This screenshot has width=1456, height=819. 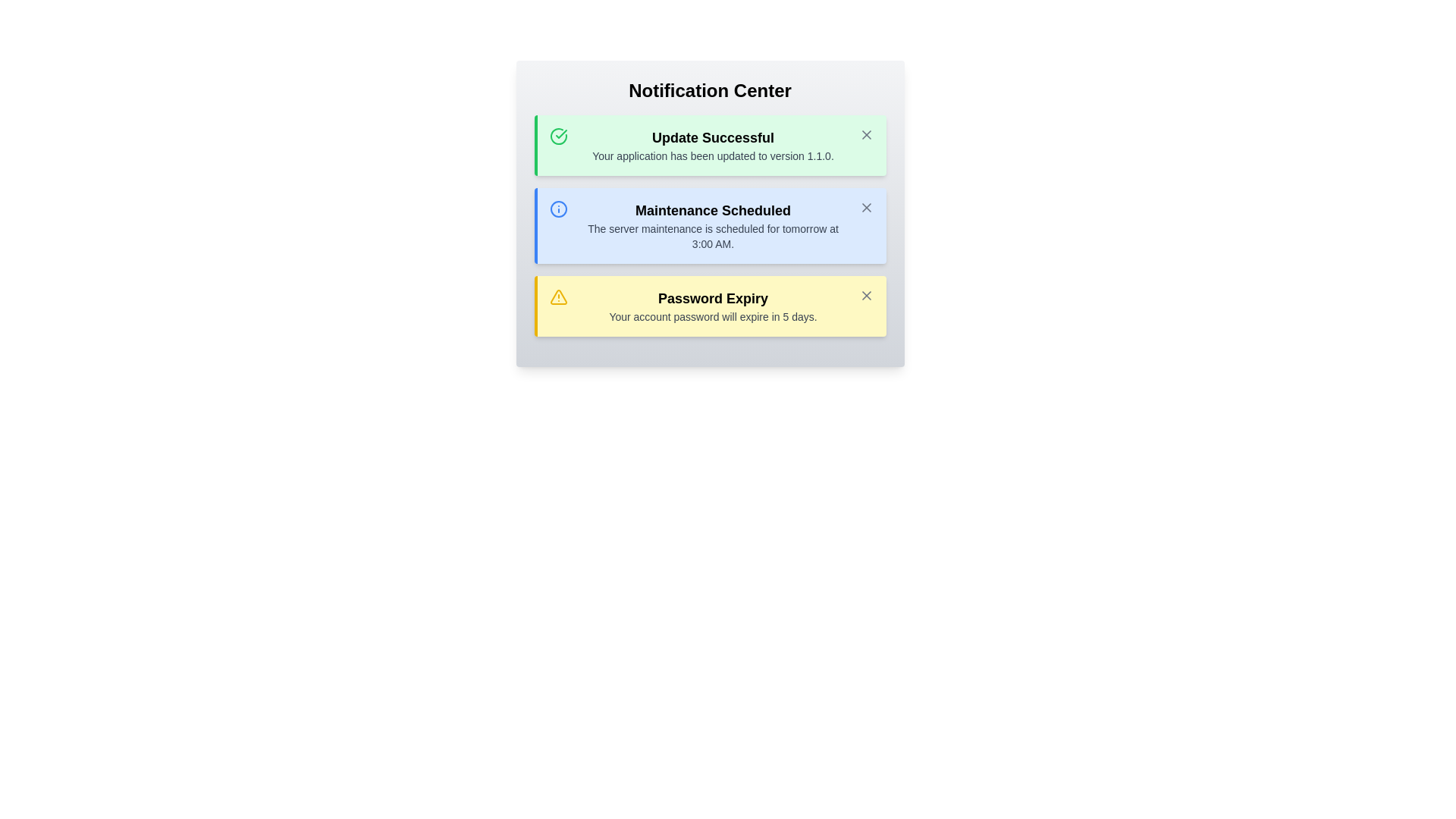 I want to click on the green circular icon indicating a successful operation within the 'Update Successful' notification box, so click(x=557, y=136).